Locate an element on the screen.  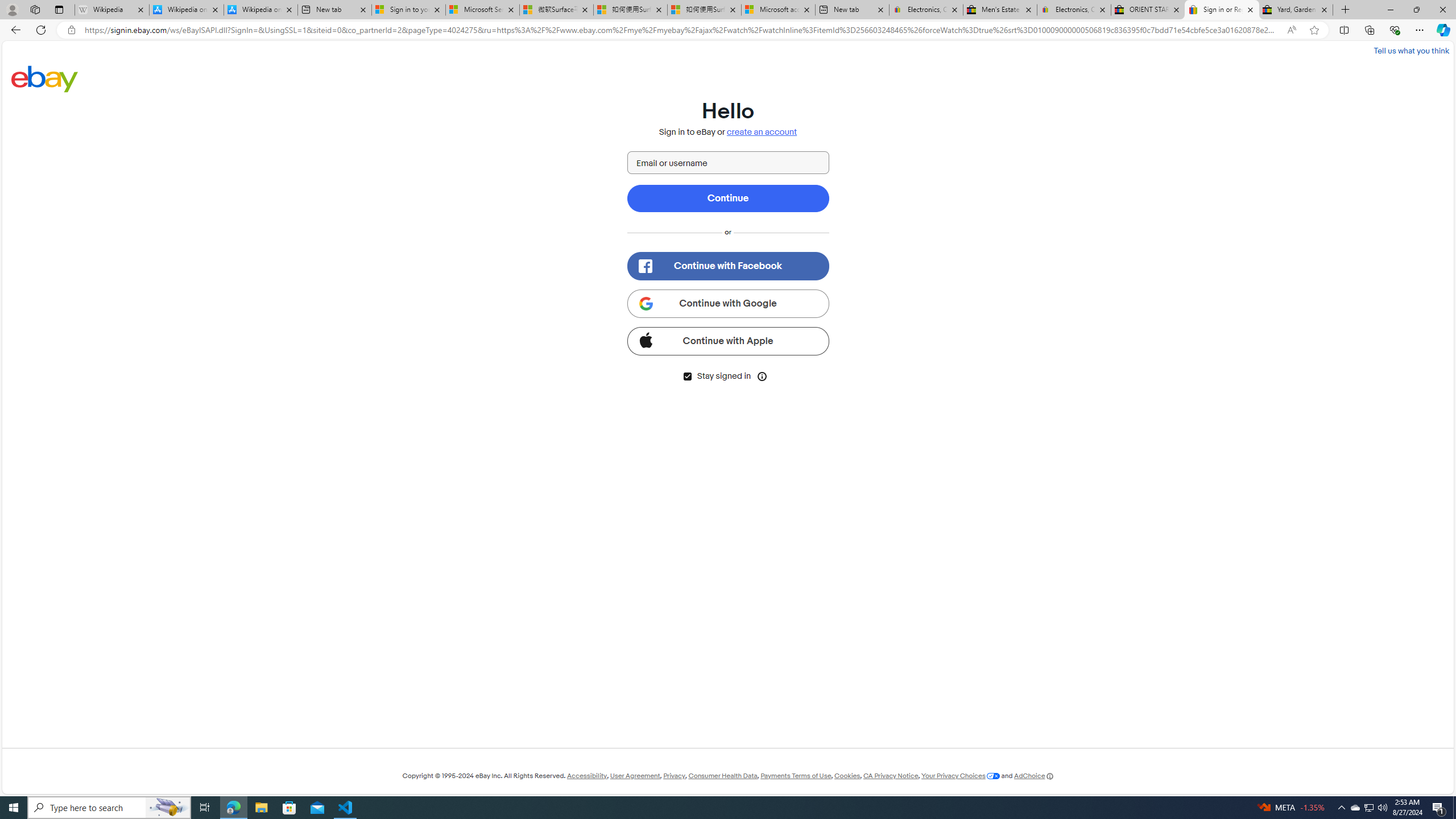
'Class: apple-icon' is located at coordinates (645, 338).